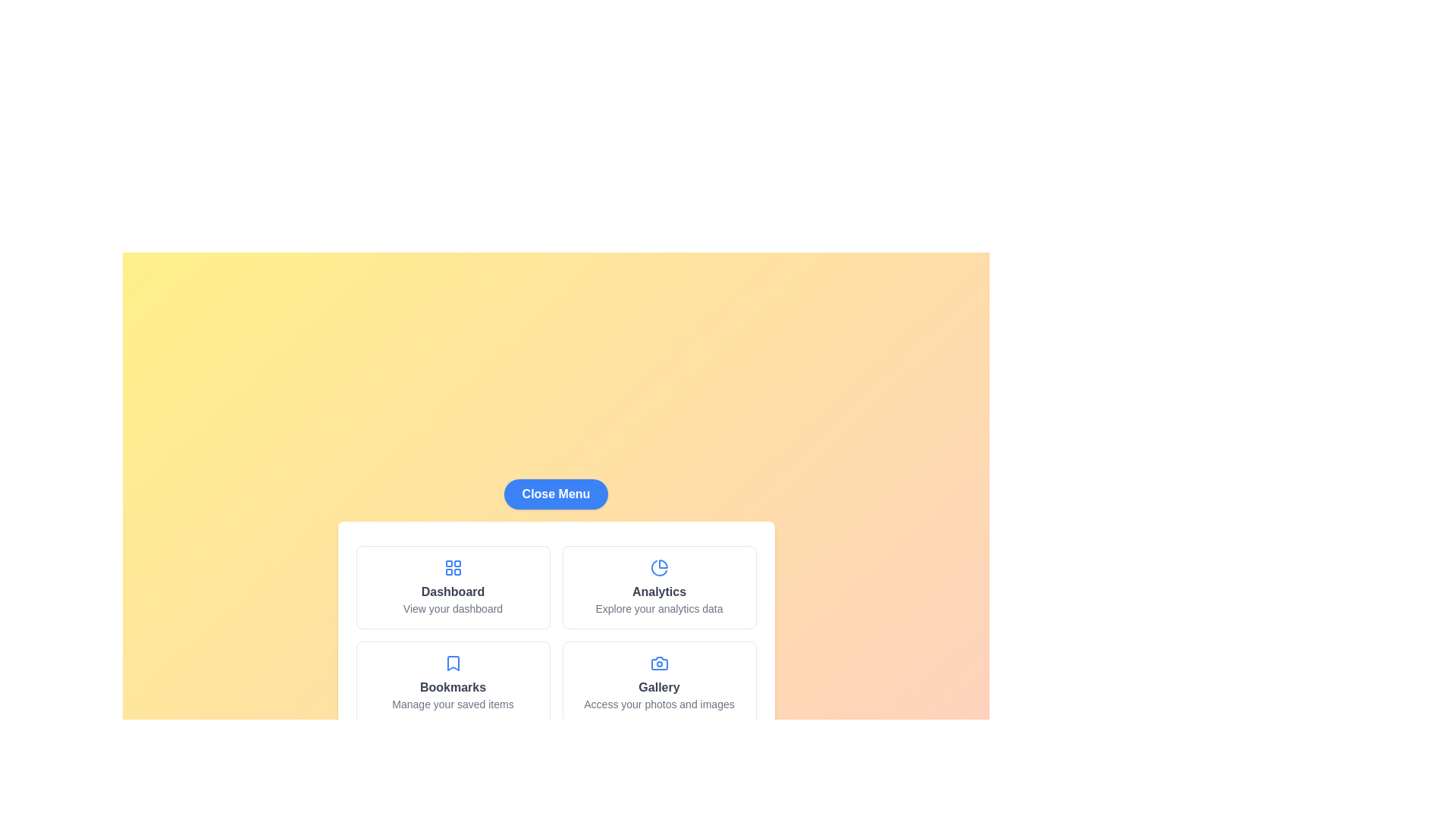 The image size is (1456, 819). Describe the element at coordinates (659, 587) in the screenshot. I see `the menu item Analytics` at that location.